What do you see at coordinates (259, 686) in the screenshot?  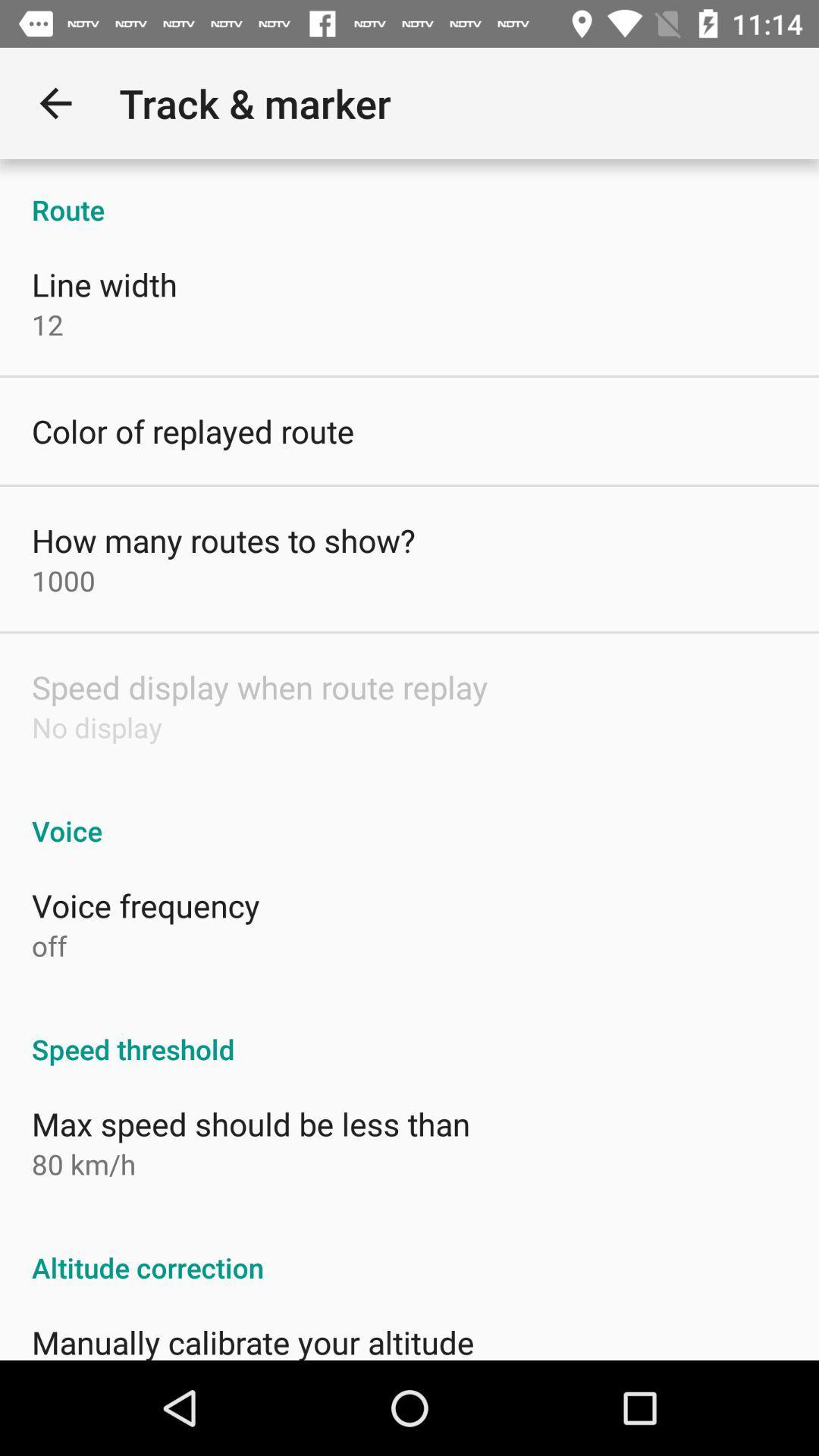 I see `the item below 1000 icon` at bounding box center [259, 686].